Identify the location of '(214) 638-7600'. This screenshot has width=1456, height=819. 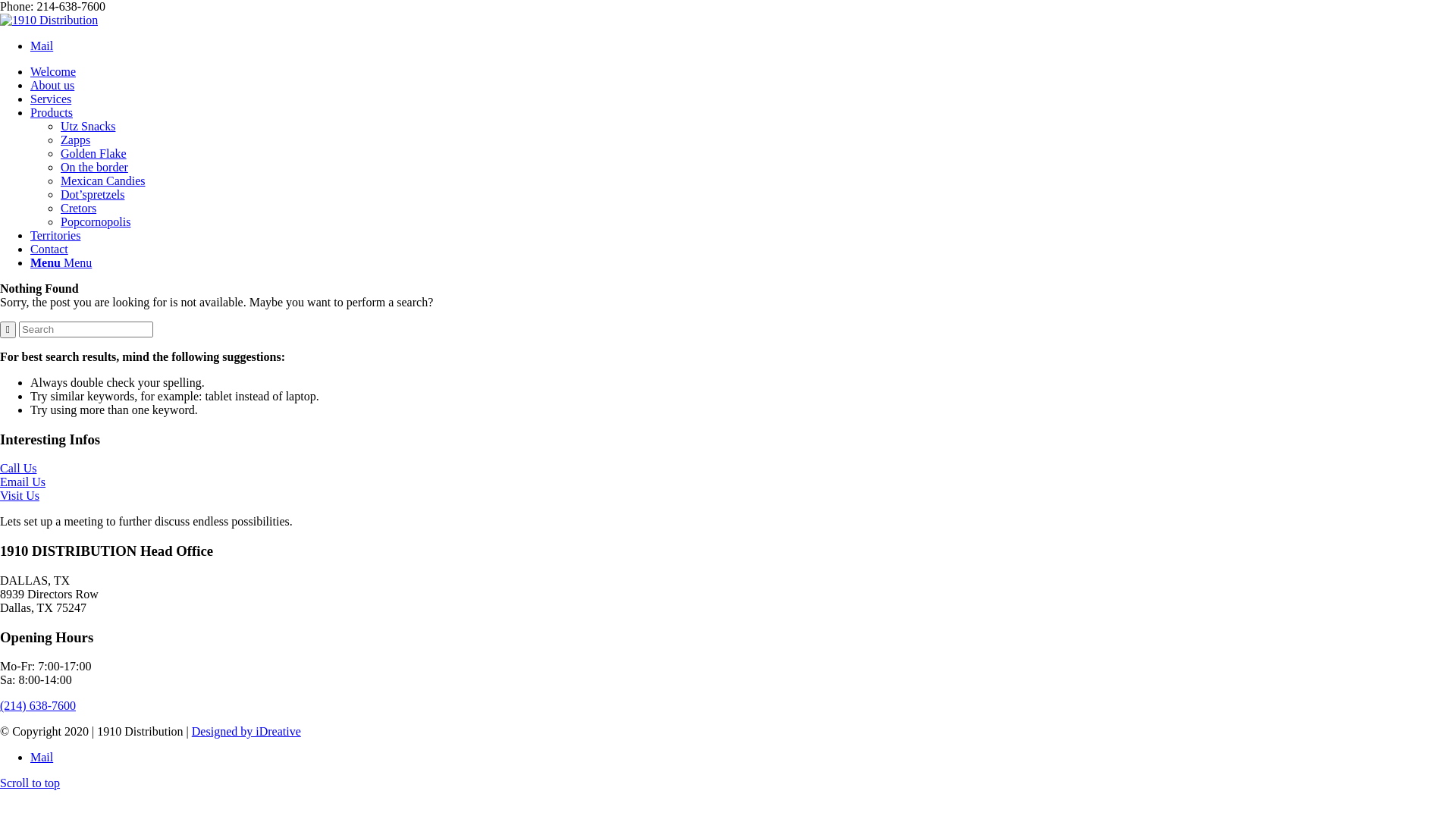
(37, 705).